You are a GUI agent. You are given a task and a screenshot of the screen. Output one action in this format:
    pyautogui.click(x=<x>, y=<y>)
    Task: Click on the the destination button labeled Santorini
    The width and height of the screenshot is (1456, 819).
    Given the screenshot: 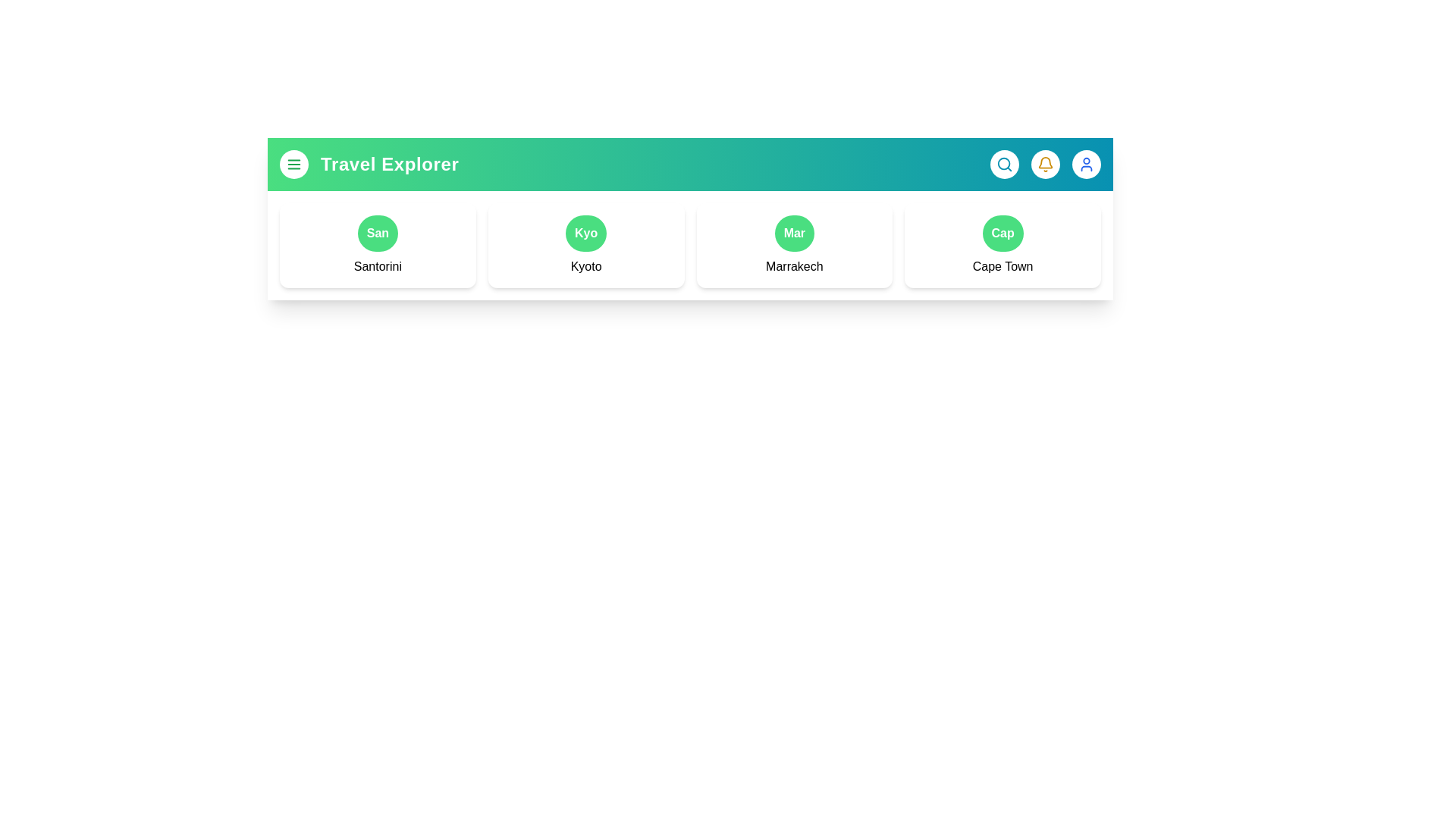 What is the action you would take?
    pyautogui.click(x=378, y=234)
    